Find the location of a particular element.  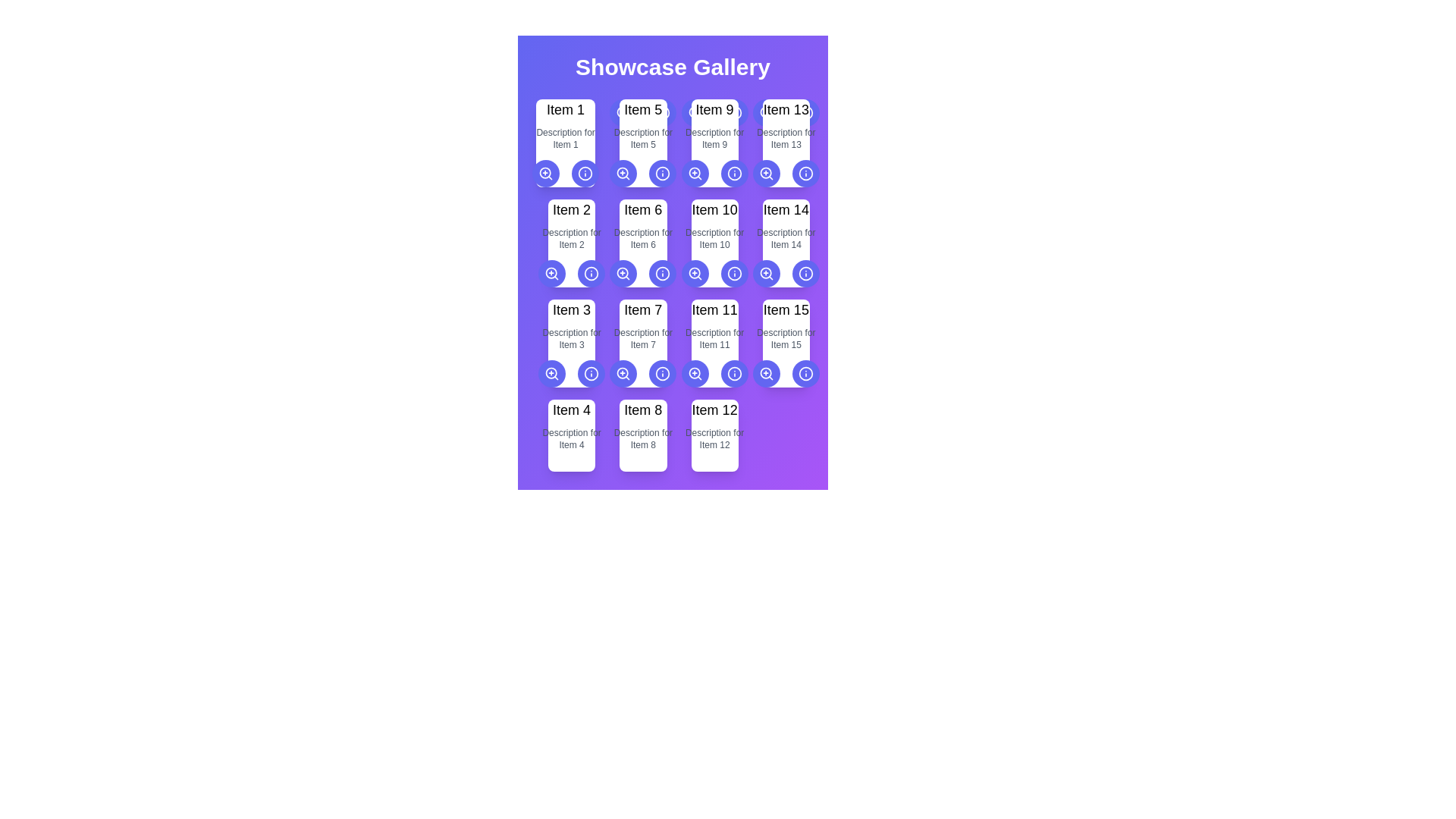

the circular button with a magnifying glass icon on a purple background, located under 'Item 5' in the grid layout is located at coordinates (623, 172).